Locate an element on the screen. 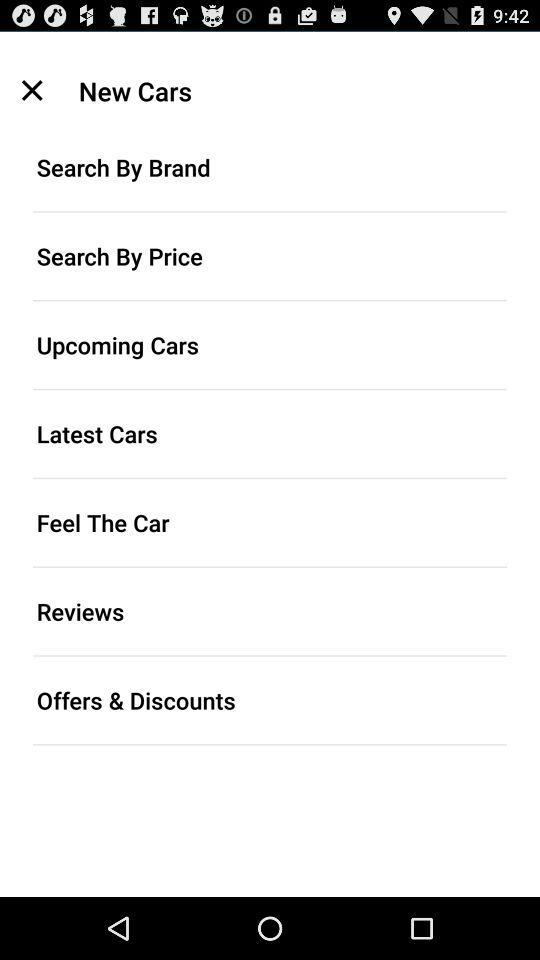  the icon above search by brand icon is located at coordinates (31, 90).